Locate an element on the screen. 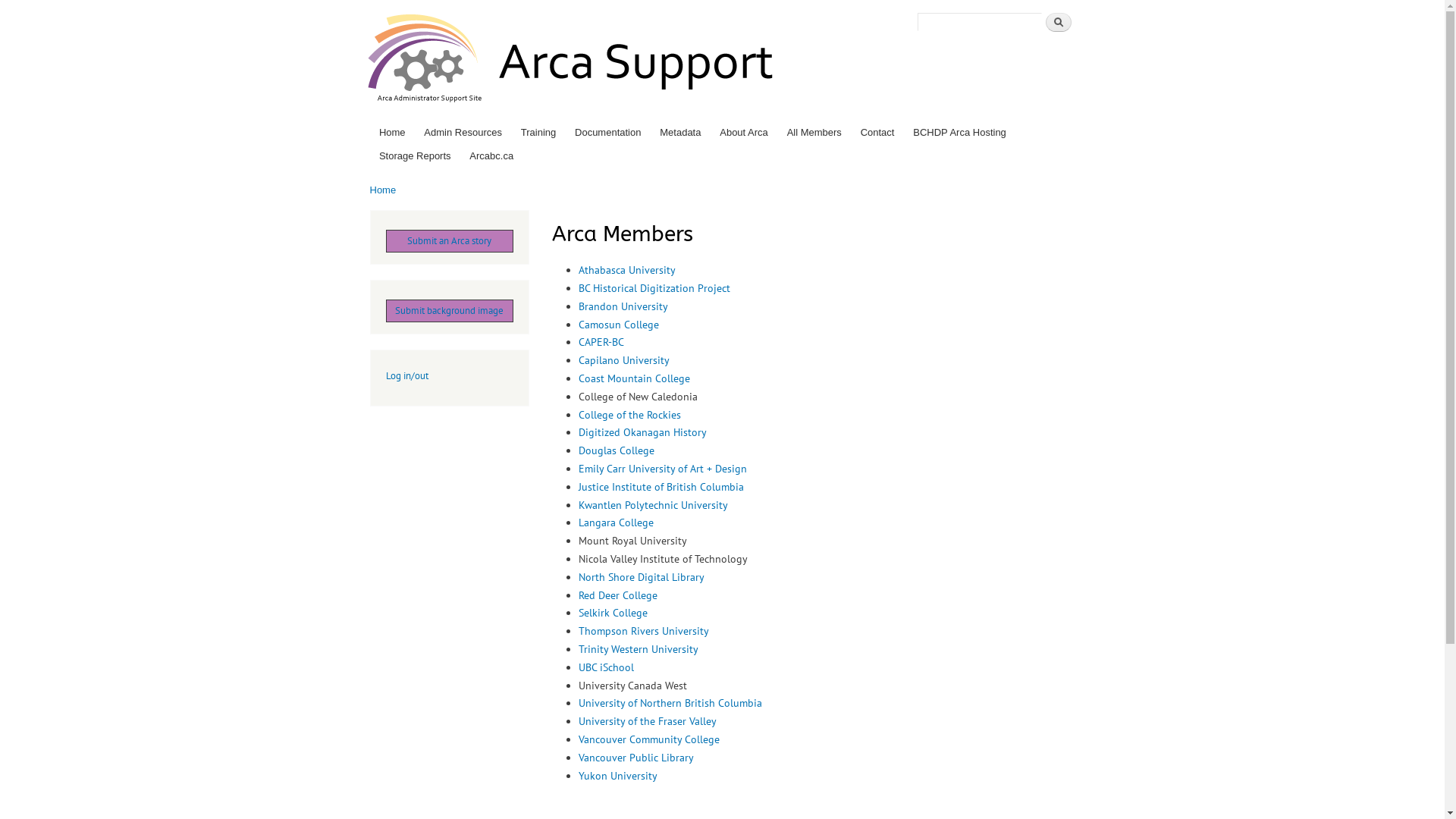 This screenshot has height=819, width=1456. 'Emily Carr University of Art + Design' is located at coordinates (662, 467).